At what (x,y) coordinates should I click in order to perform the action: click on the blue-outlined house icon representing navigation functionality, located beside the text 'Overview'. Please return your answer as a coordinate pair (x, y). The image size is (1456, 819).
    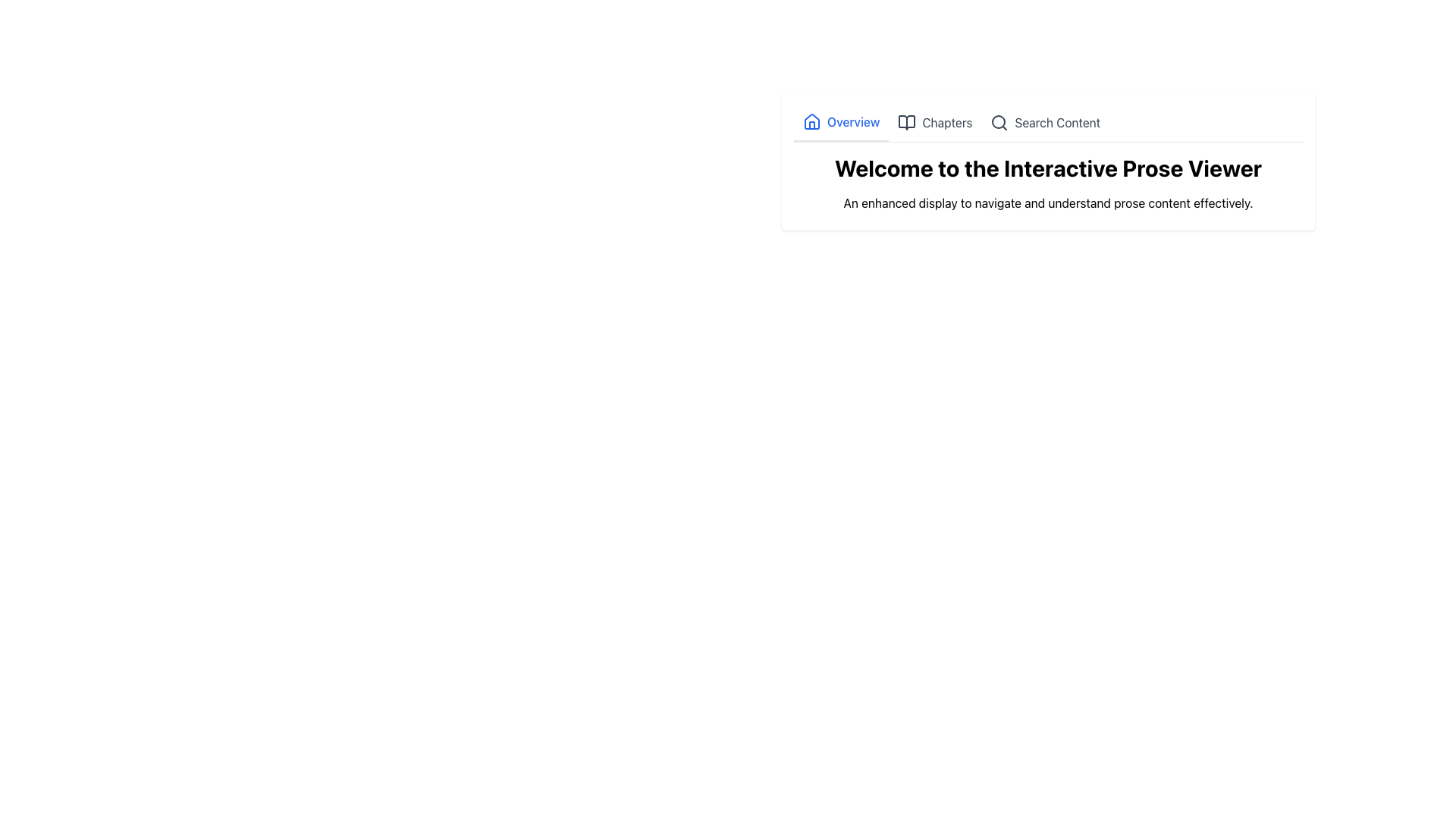
    Looking at the image, I should click on (811, 121).